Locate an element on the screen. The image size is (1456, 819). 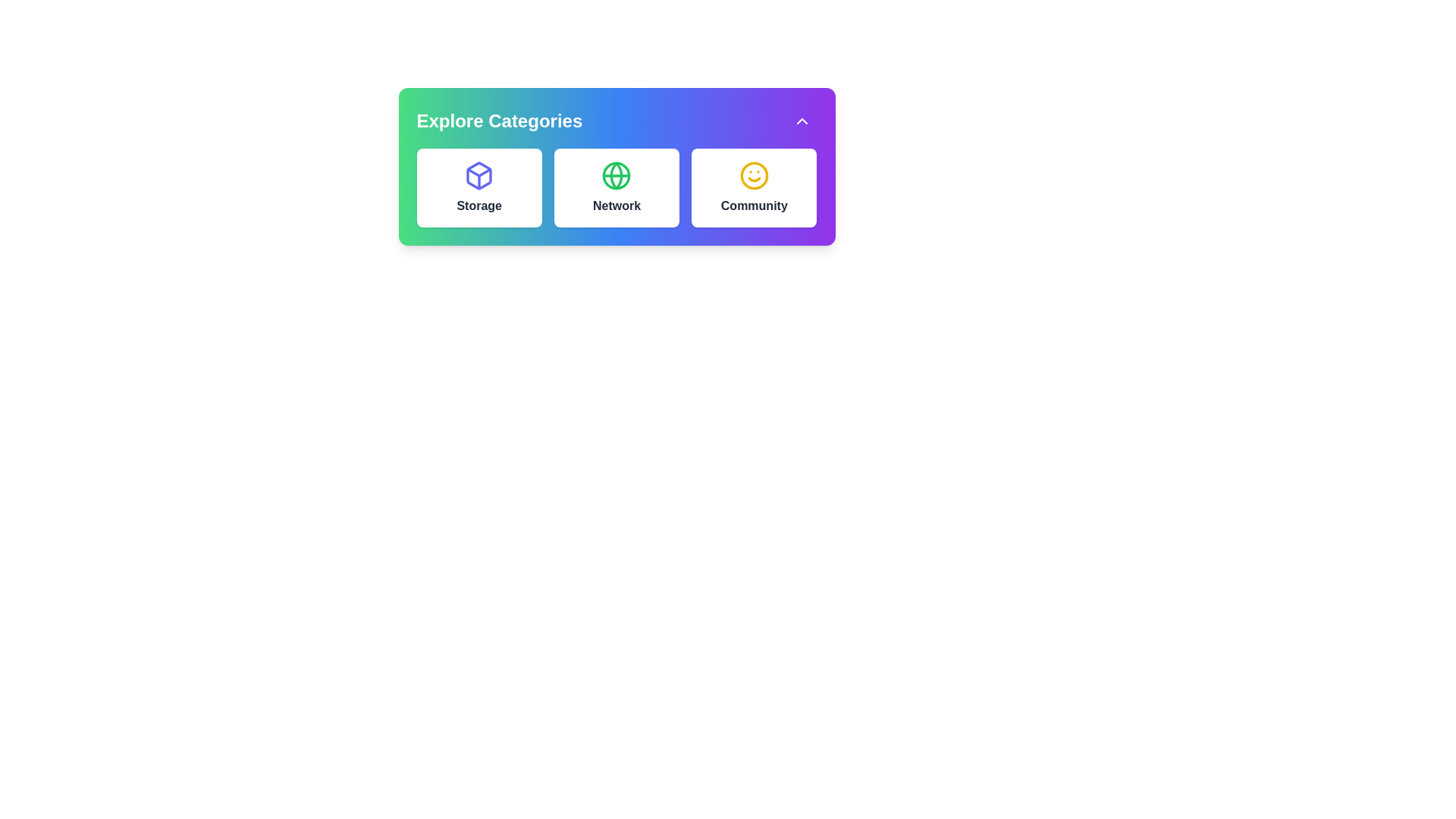
the decorative graphical icon within the 'Network' button located beneath the 'Explore Categories' heading, which is the second button in a horizontal group of three, directly to the right of the 'Storage' button is located at coordinates (617, 174).